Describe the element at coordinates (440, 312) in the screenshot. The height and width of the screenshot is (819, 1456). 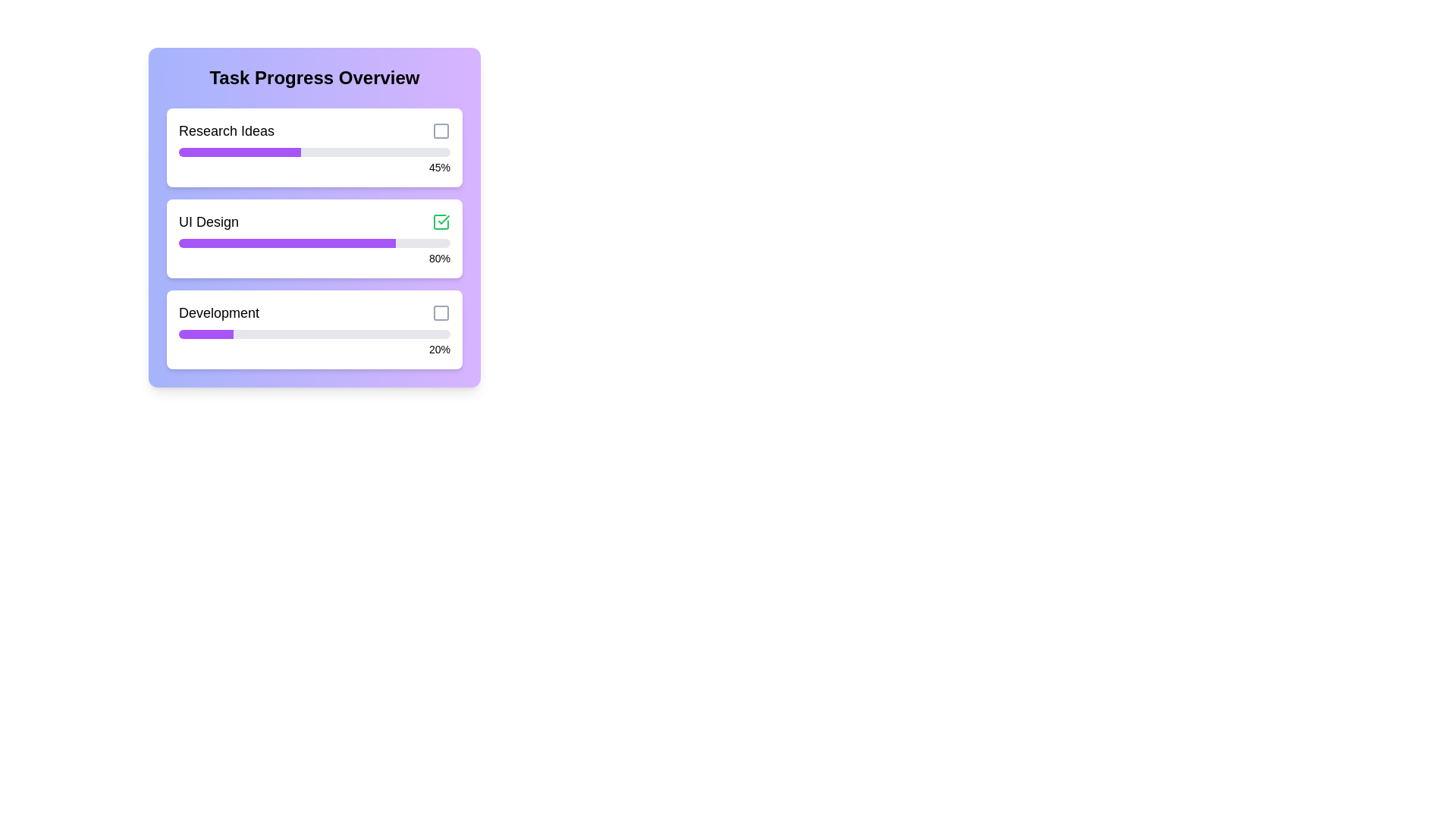
I see `the checkbox element for the 'Development' task` at that location.